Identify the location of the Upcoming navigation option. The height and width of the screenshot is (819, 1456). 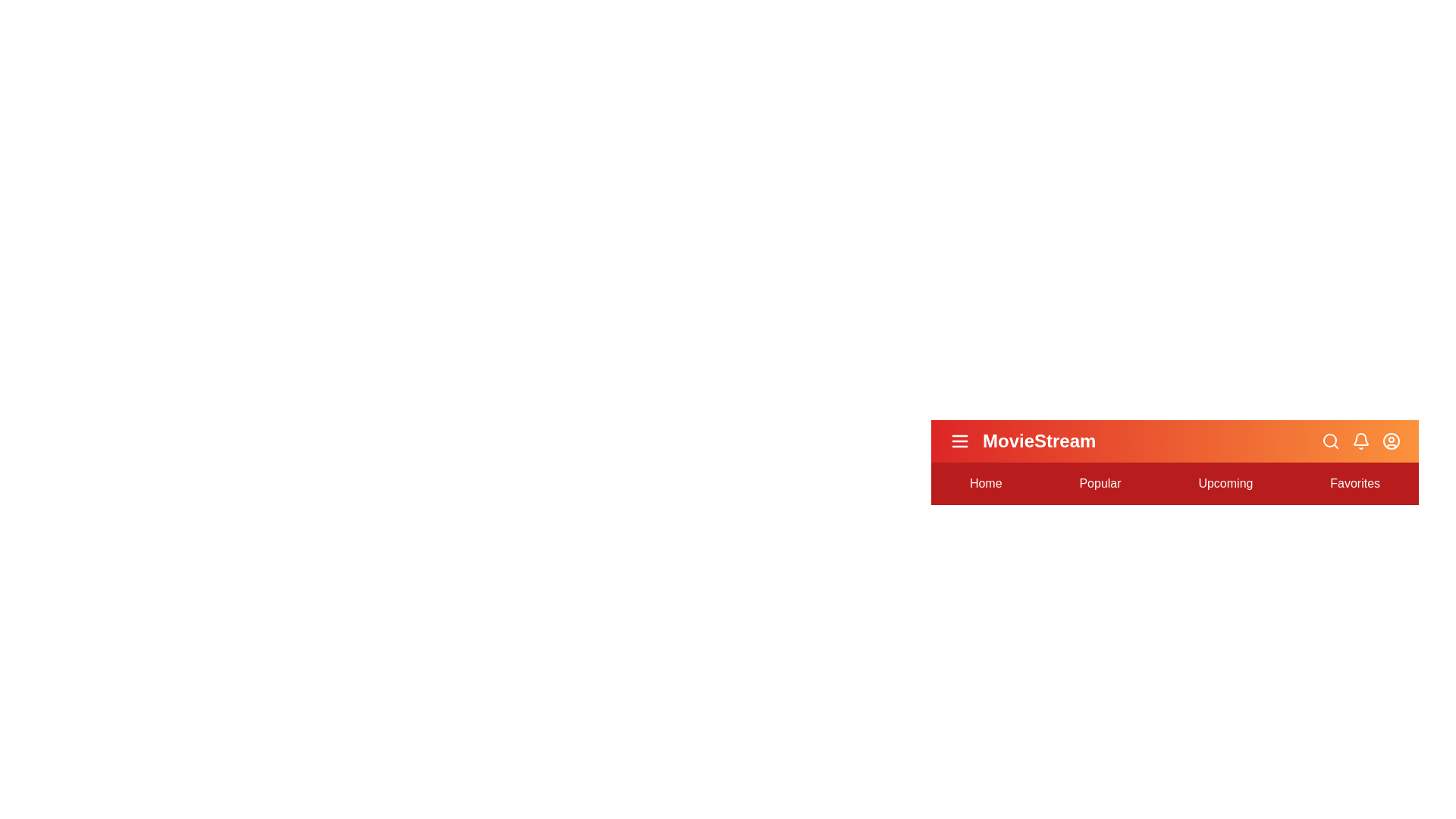
(1225, 483).